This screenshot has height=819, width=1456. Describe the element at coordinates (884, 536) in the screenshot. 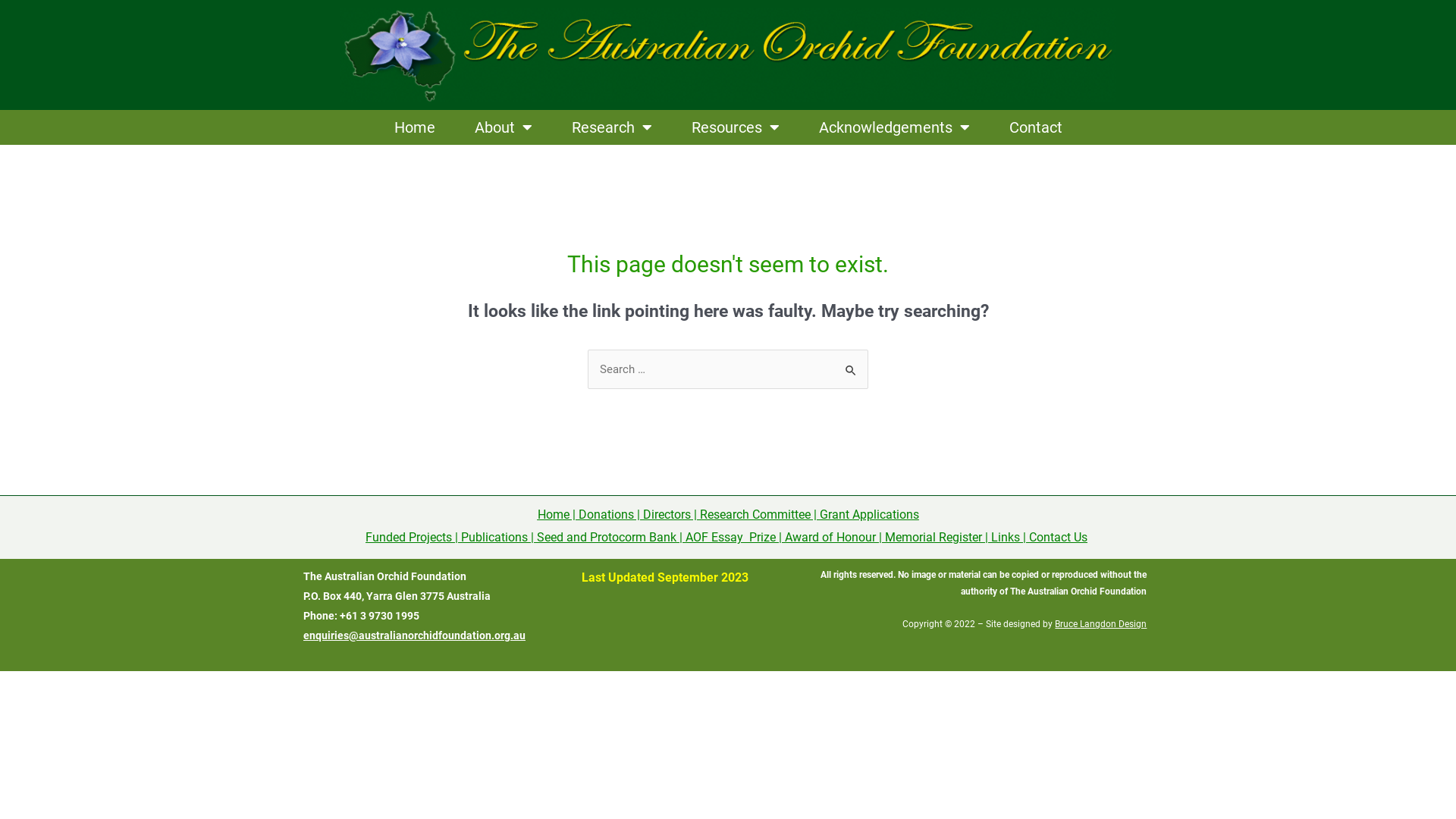

I see `'Memorial Register'` at that location.